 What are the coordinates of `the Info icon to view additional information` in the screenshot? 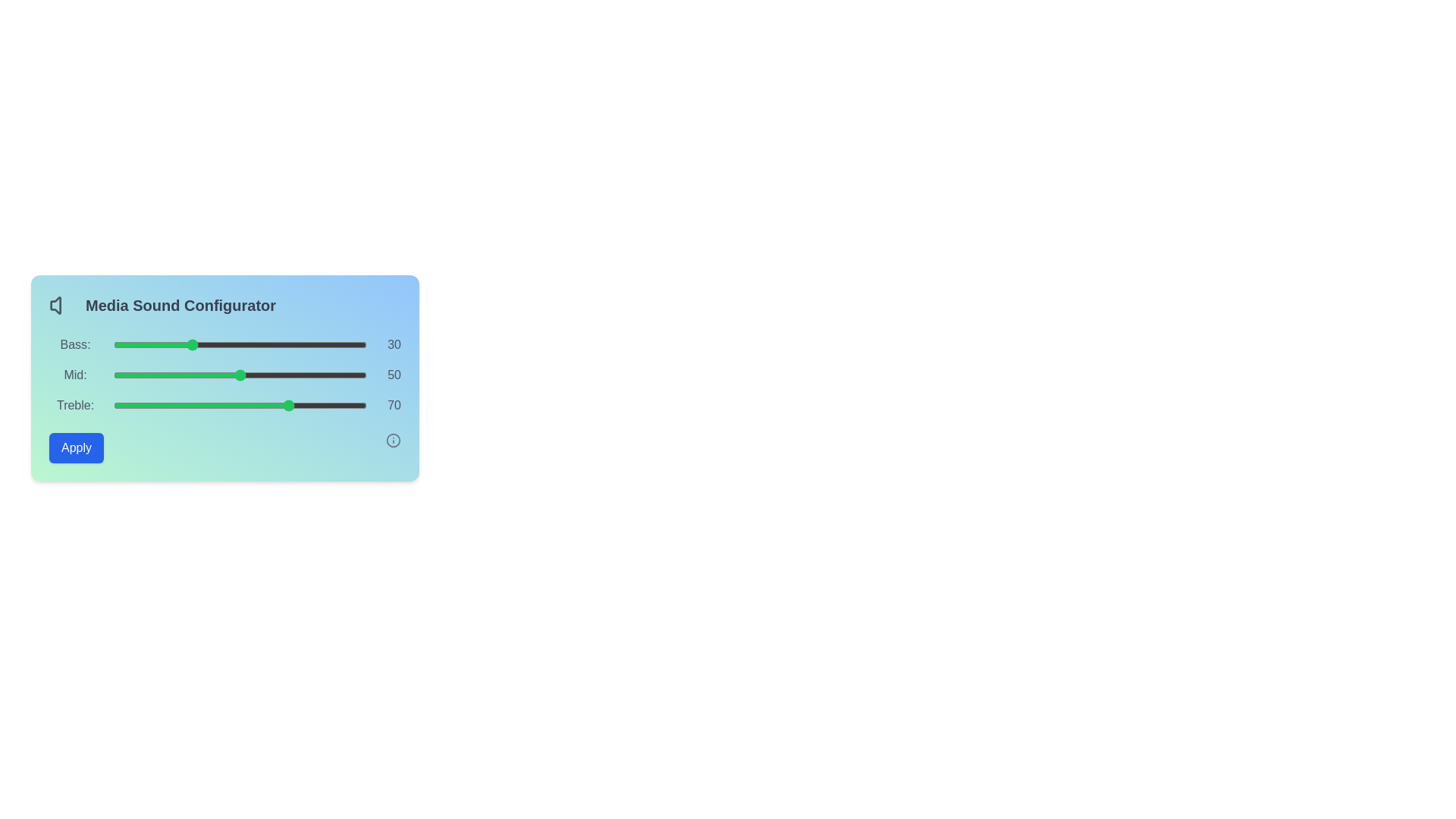 It's located at (393, 441).